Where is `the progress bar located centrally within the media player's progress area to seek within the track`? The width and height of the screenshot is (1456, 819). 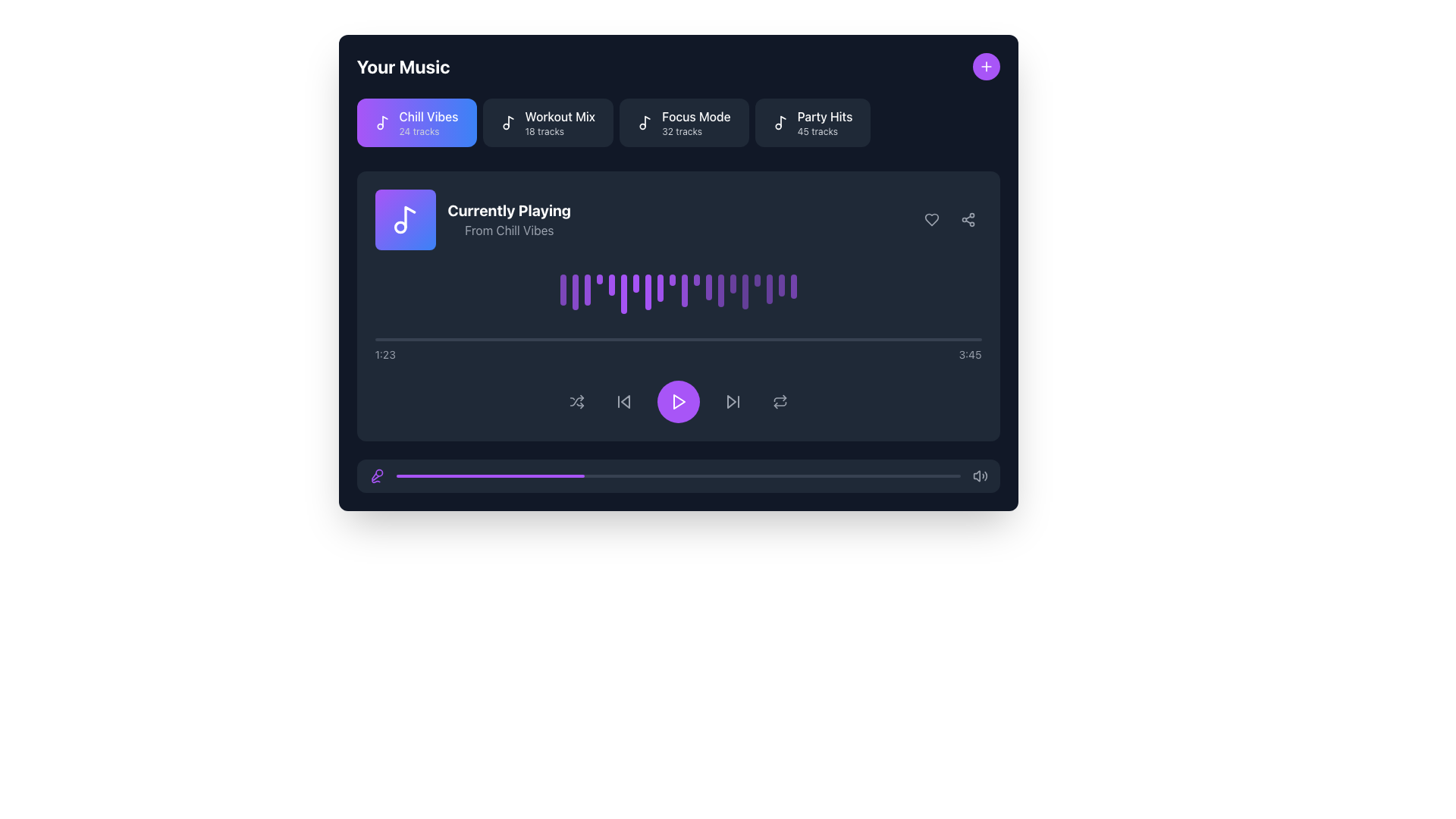
the progress bar located centrally within the media player's progress area to seek within the track is located at coordinates (677, 339).